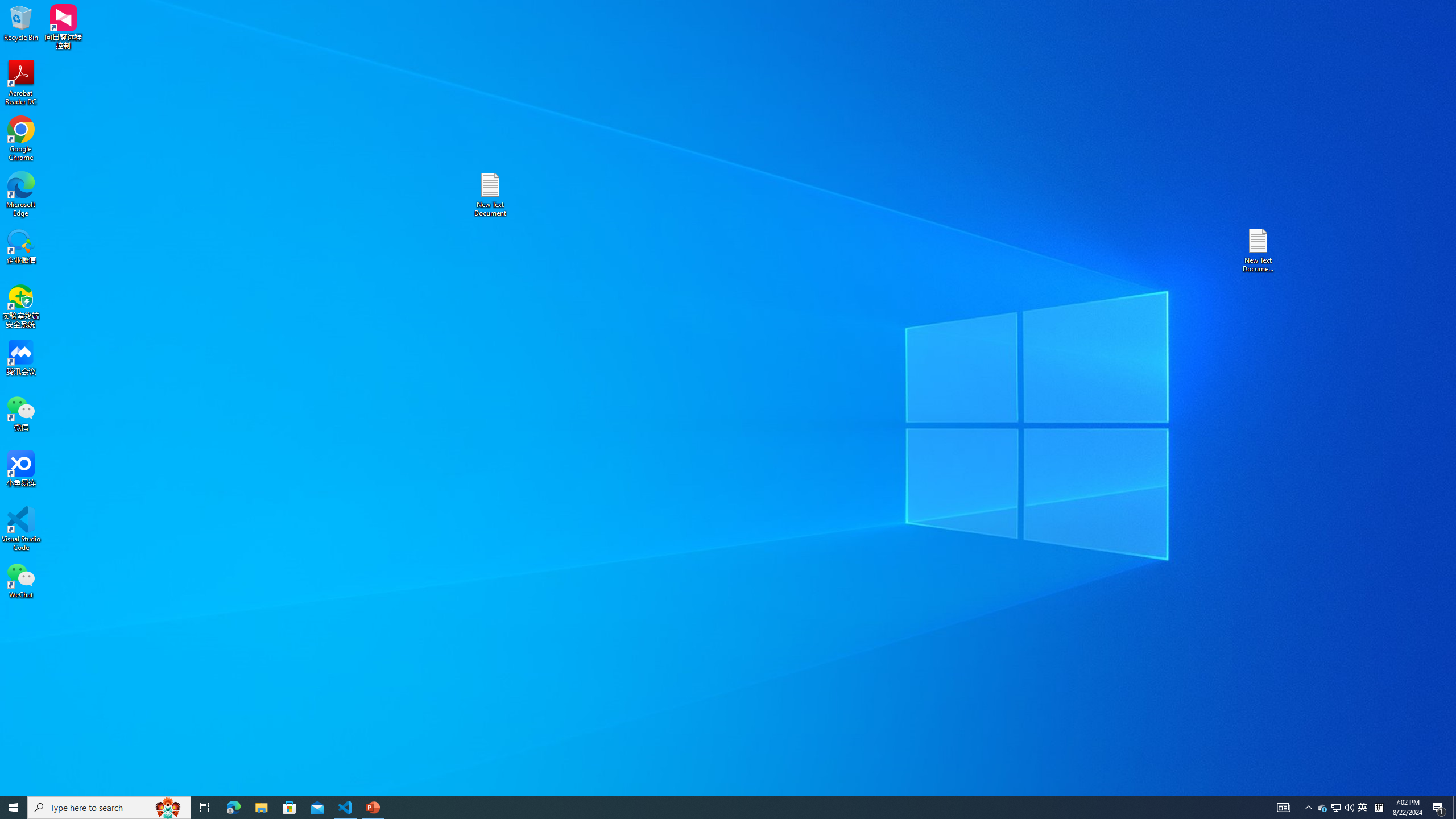  What do you see at coordinates (20, 194) in the screenshot?
I see `'Microsoft Edge'` at bounding box center [20, 194].